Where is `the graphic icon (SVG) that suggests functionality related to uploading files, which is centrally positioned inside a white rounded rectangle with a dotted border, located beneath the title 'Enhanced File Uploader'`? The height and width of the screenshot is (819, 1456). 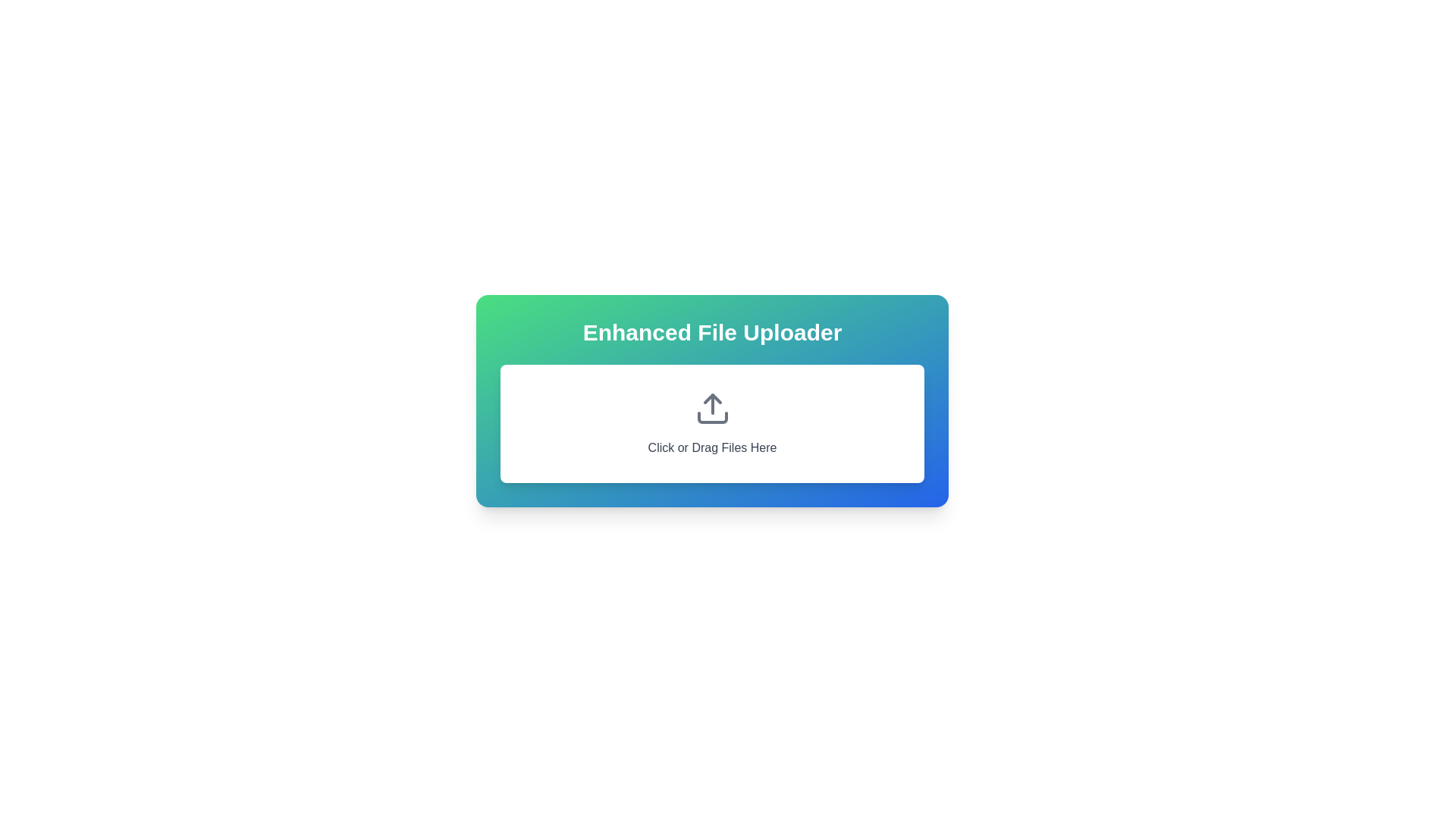 the graphic icon (SVG) that suggests functionality related to uploading files, which is centrally positioned inside a white rounded rectangle with a dotted border, located beneath the title 'Enhanced File Uploader' is located at coordinates (711, 408).